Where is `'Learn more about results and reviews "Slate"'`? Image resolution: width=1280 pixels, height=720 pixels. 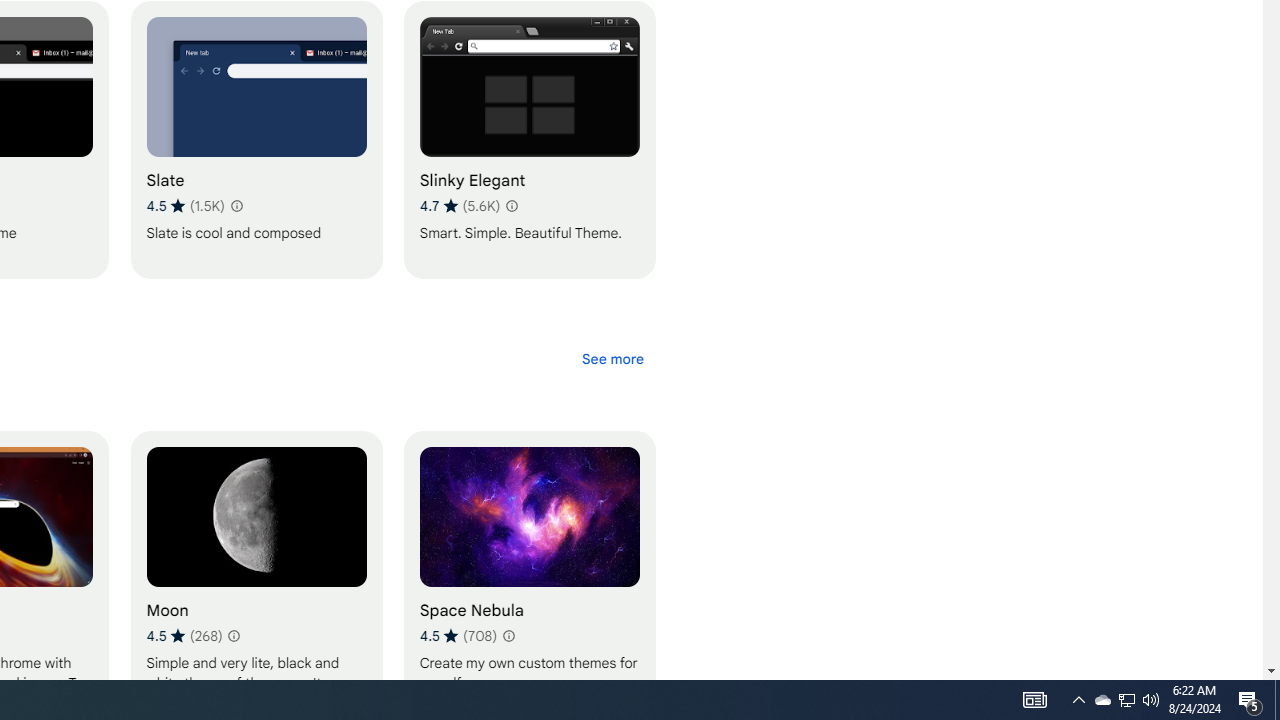 'Learn more about results and reviews "Slate"' is located at coordinates (236, 205).